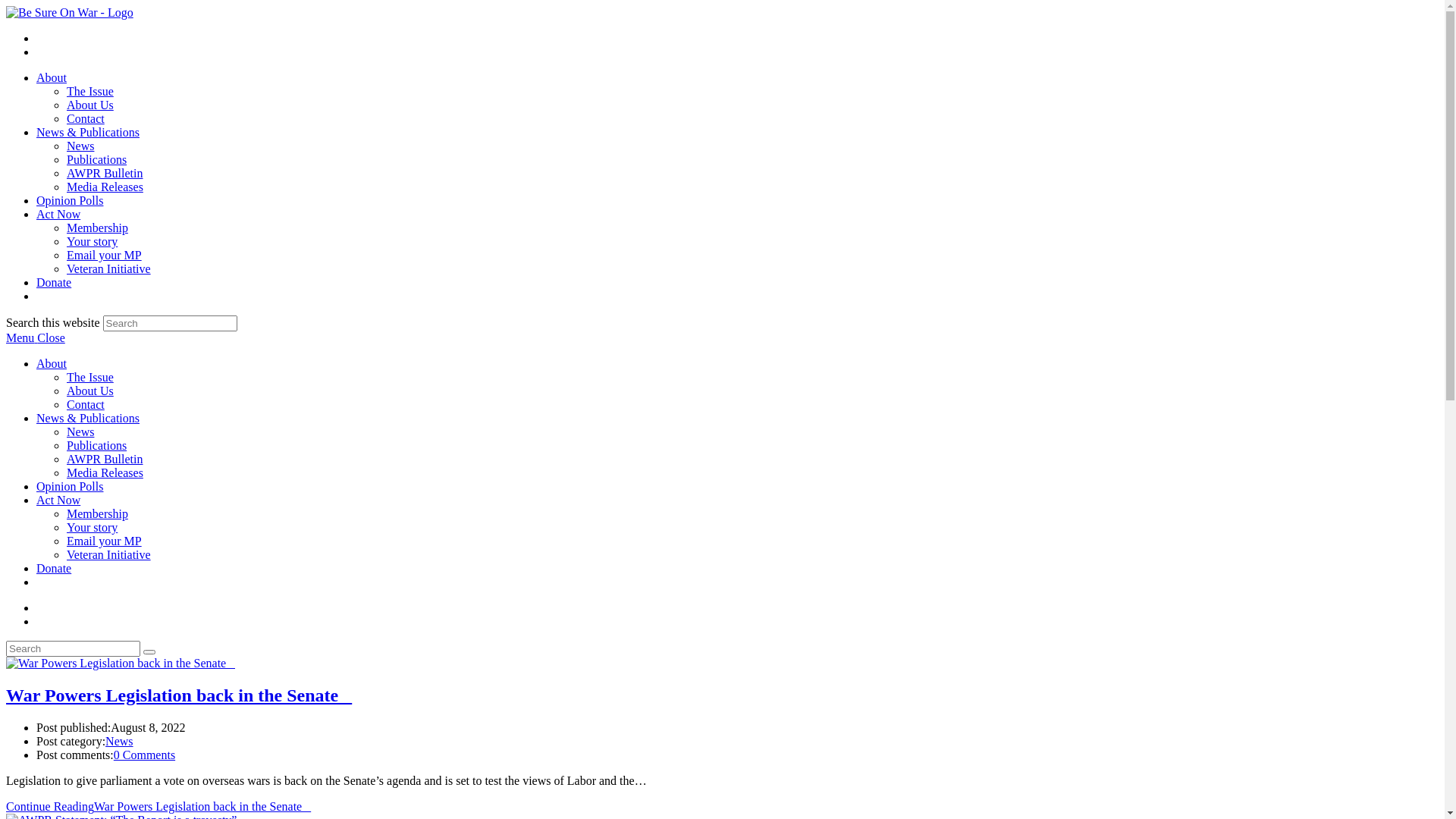 The image size is (1456, 819). I want to click on 'Opinion Polls', so click(36, 199).